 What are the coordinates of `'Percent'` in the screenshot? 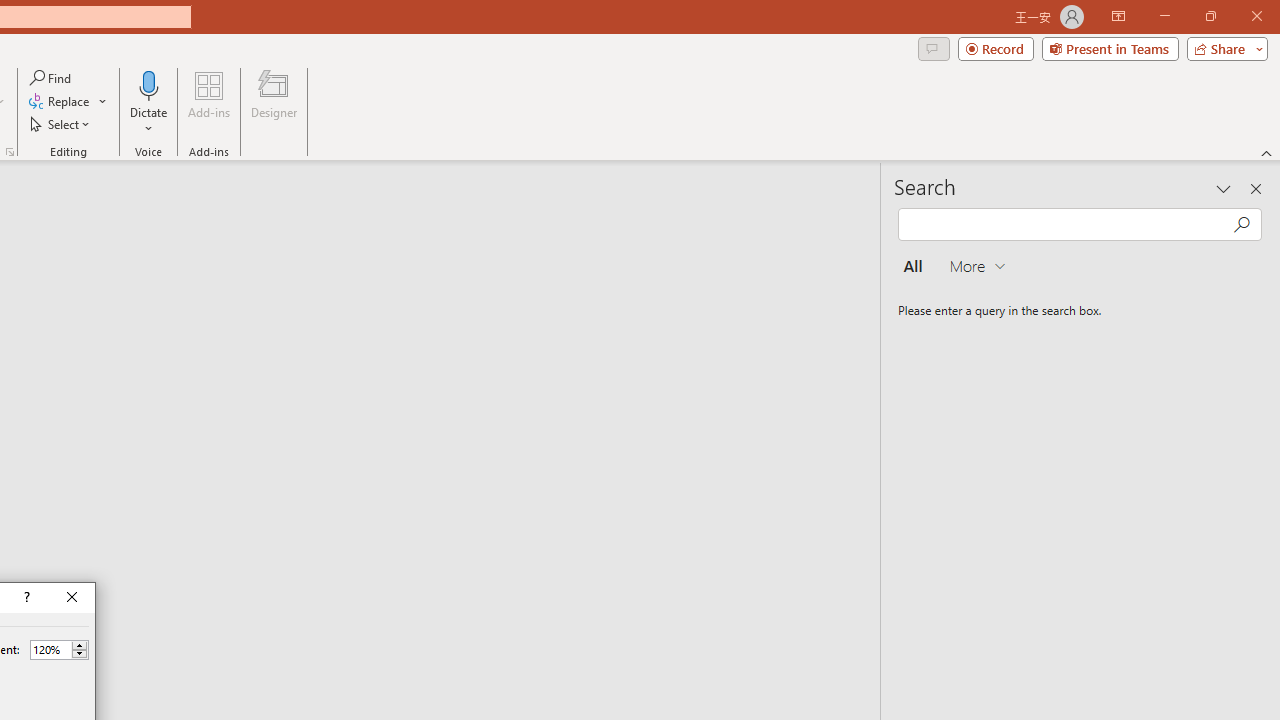 It's located at (59, 650).